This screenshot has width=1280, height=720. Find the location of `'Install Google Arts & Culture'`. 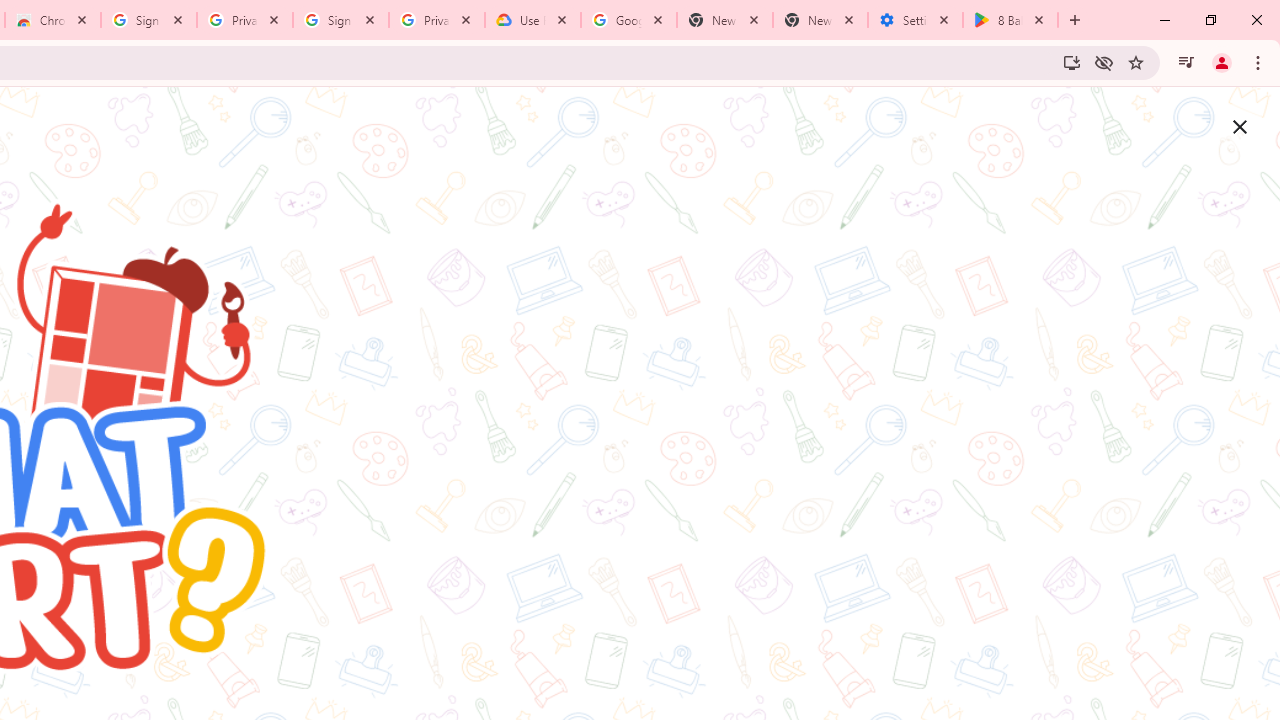

'Install Google Arts & Culture' is located at coordinates (1071, 61).